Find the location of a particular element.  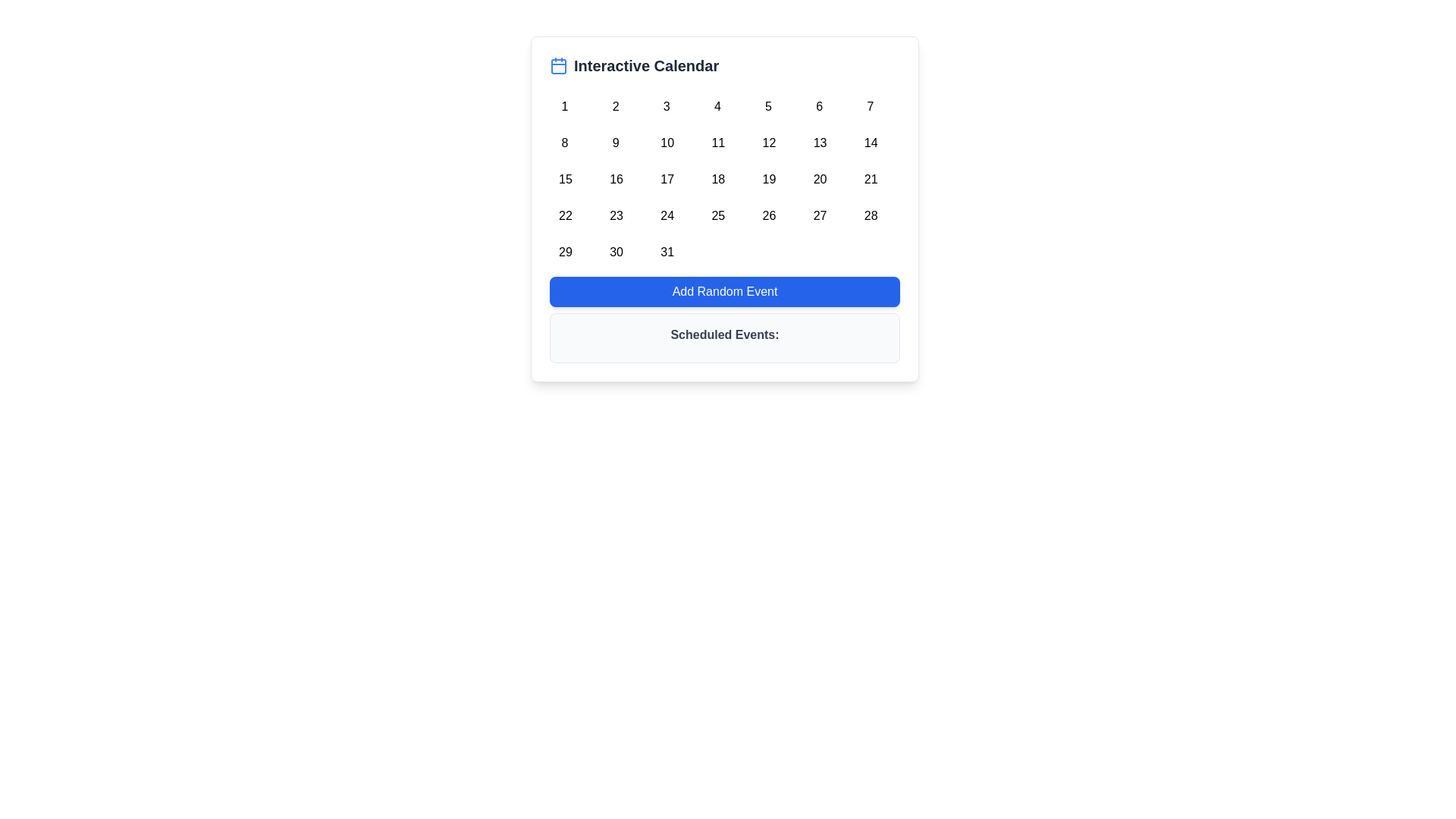

the decorative icon associated with the 'Interactive Calendar' title, which is positioned to the leftmost side of the text content is located at coordinates (558, 65).